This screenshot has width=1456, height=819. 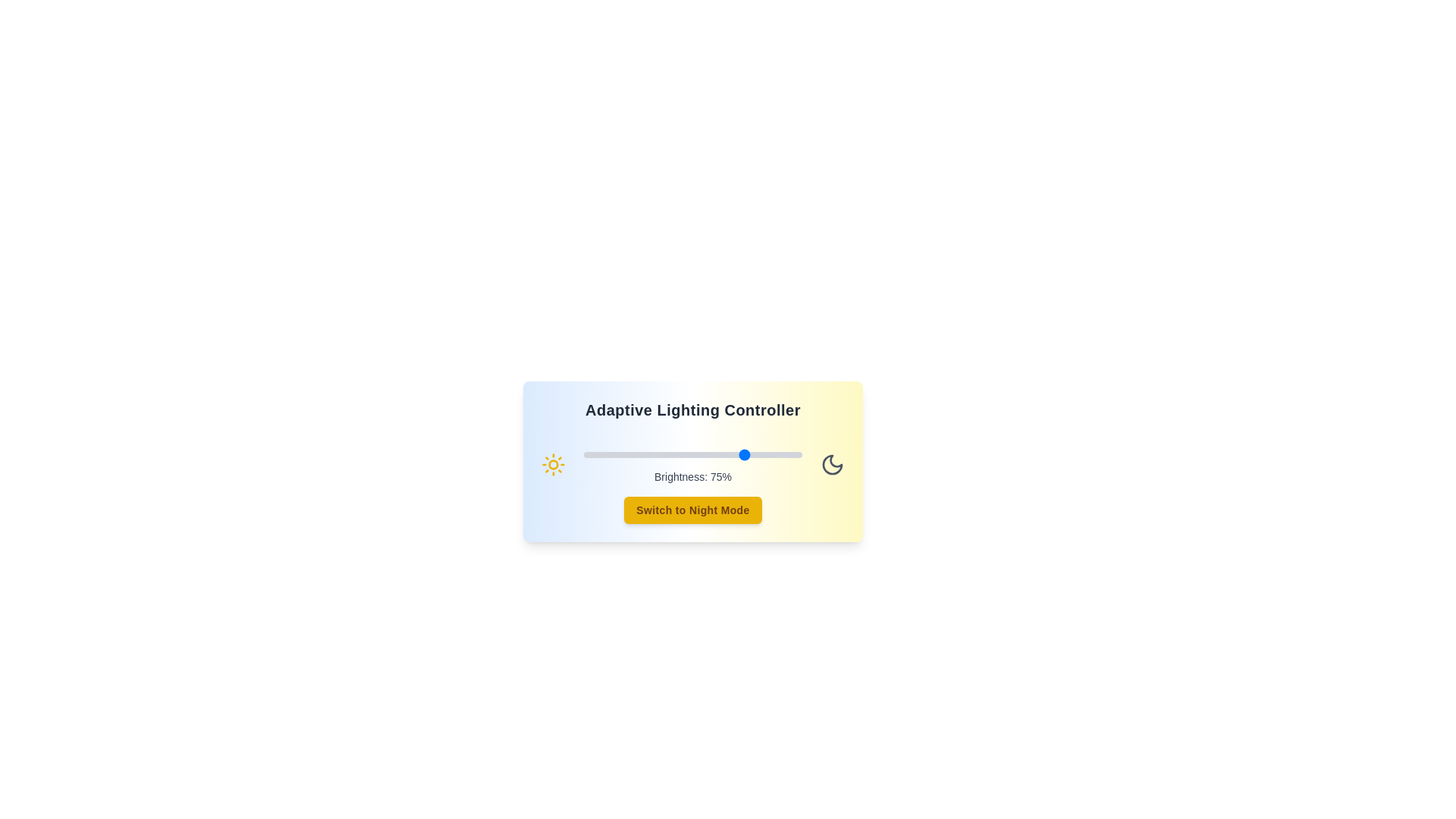 What do you see at coordinates (789, 454) in the screenshot?
I see `the brightness level` at bounding box center [789, 454].